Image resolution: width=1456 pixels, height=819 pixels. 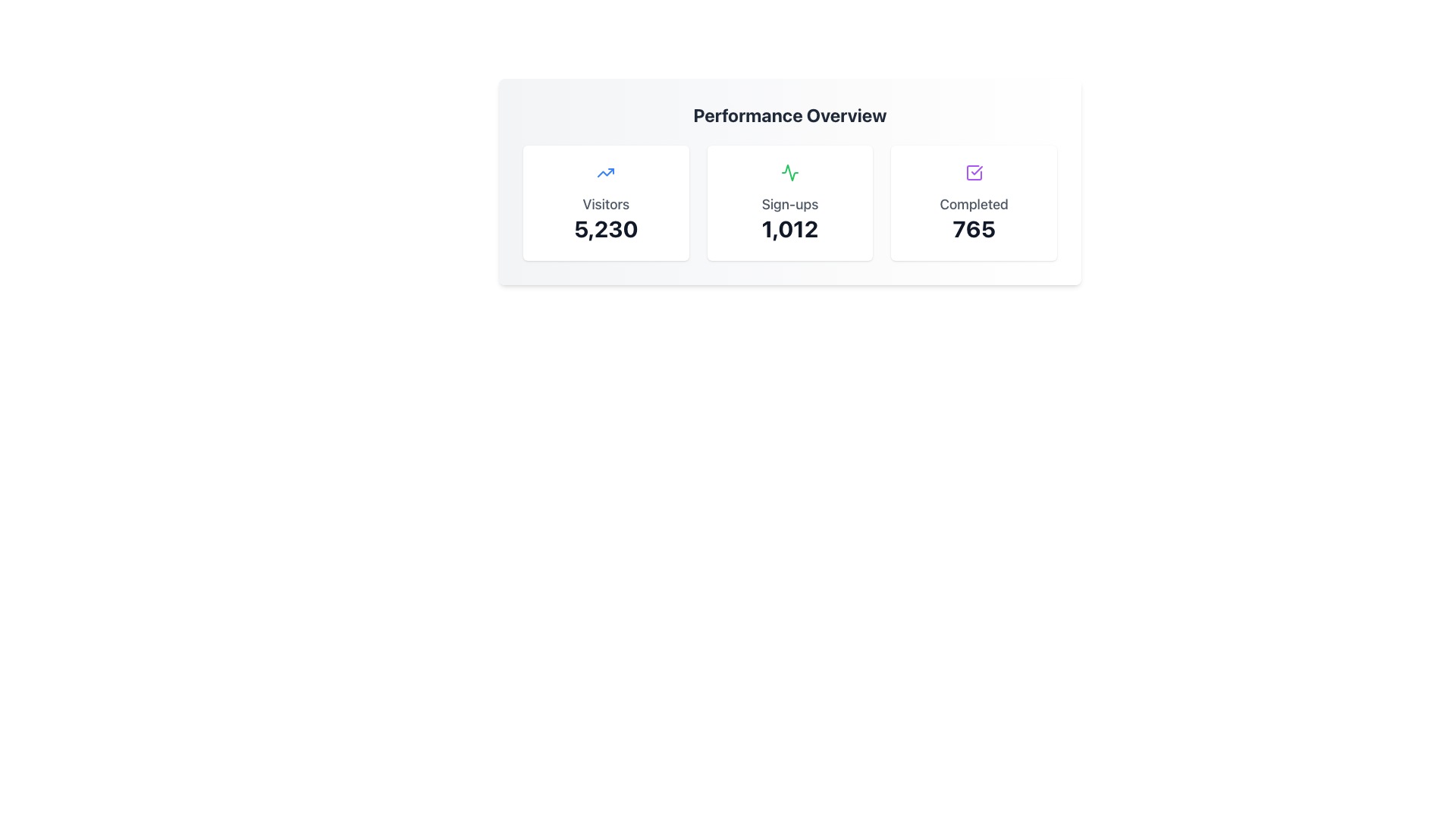 I want to click on the Text label indicating the number of sign-ups located in the central panel under 'Performance Overview', which is positioned at the top of the middle card, so click(x=789, y=205).